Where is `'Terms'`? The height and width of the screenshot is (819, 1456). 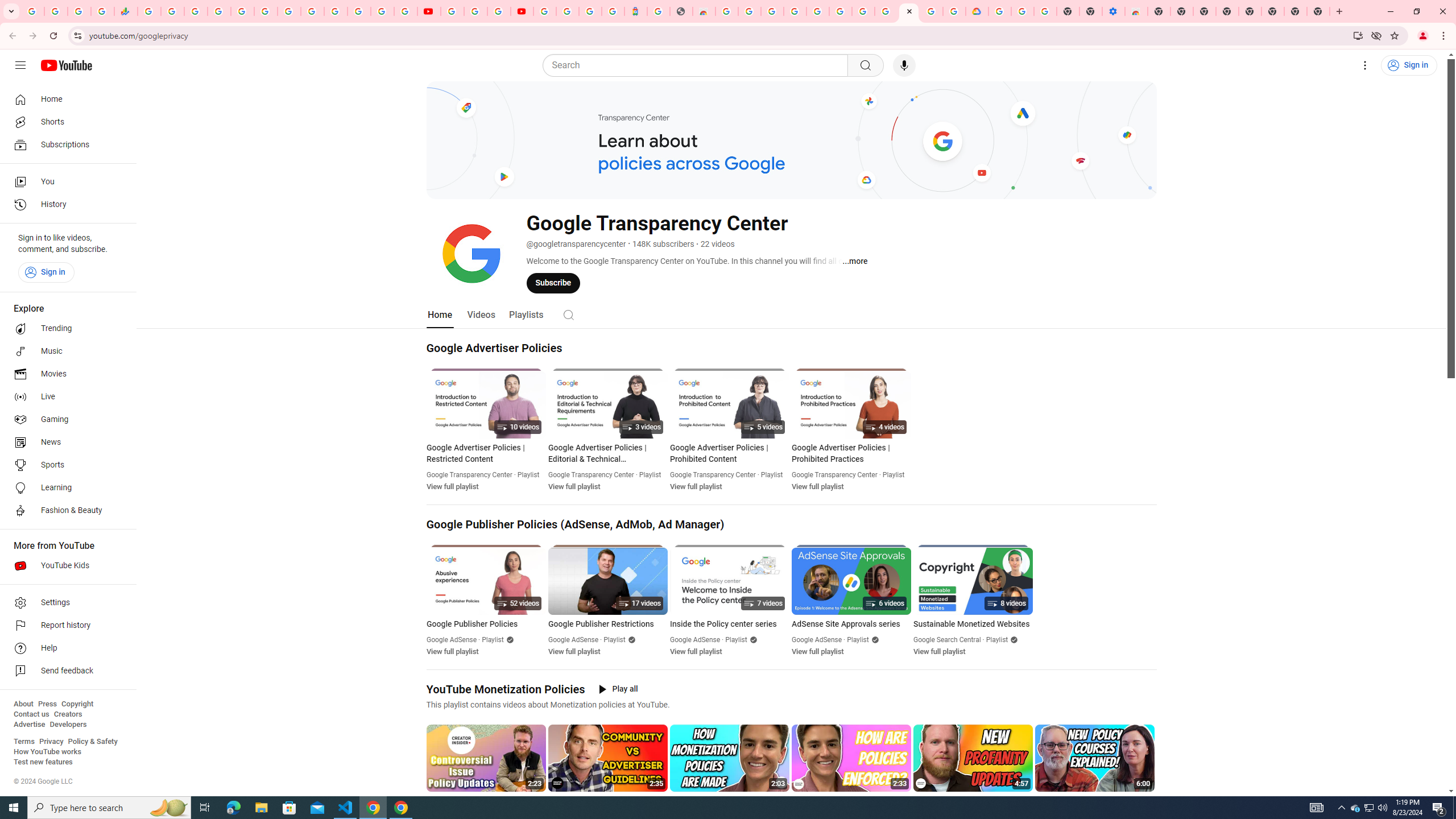
'Terms' is located at coordinates (23, 741).